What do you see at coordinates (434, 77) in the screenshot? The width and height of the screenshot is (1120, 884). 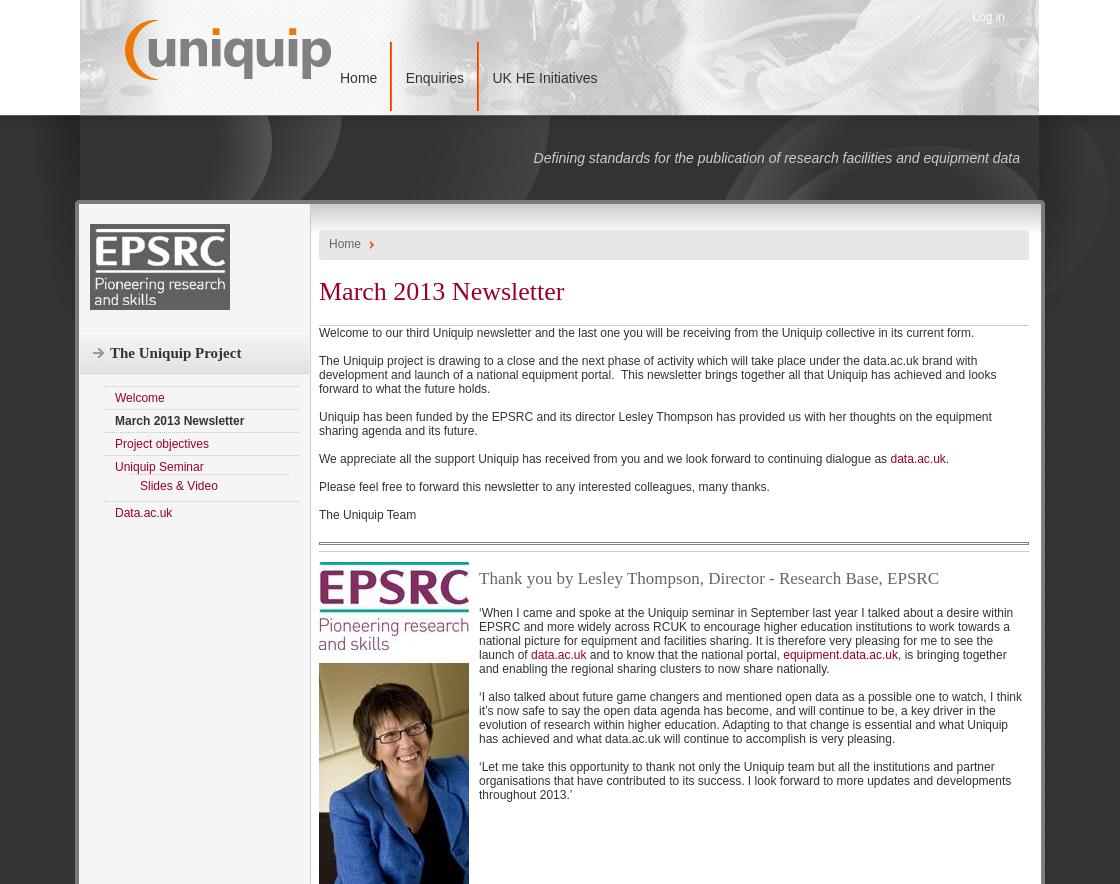 I see `'Enquiries'` at bounding box center [434, 77].